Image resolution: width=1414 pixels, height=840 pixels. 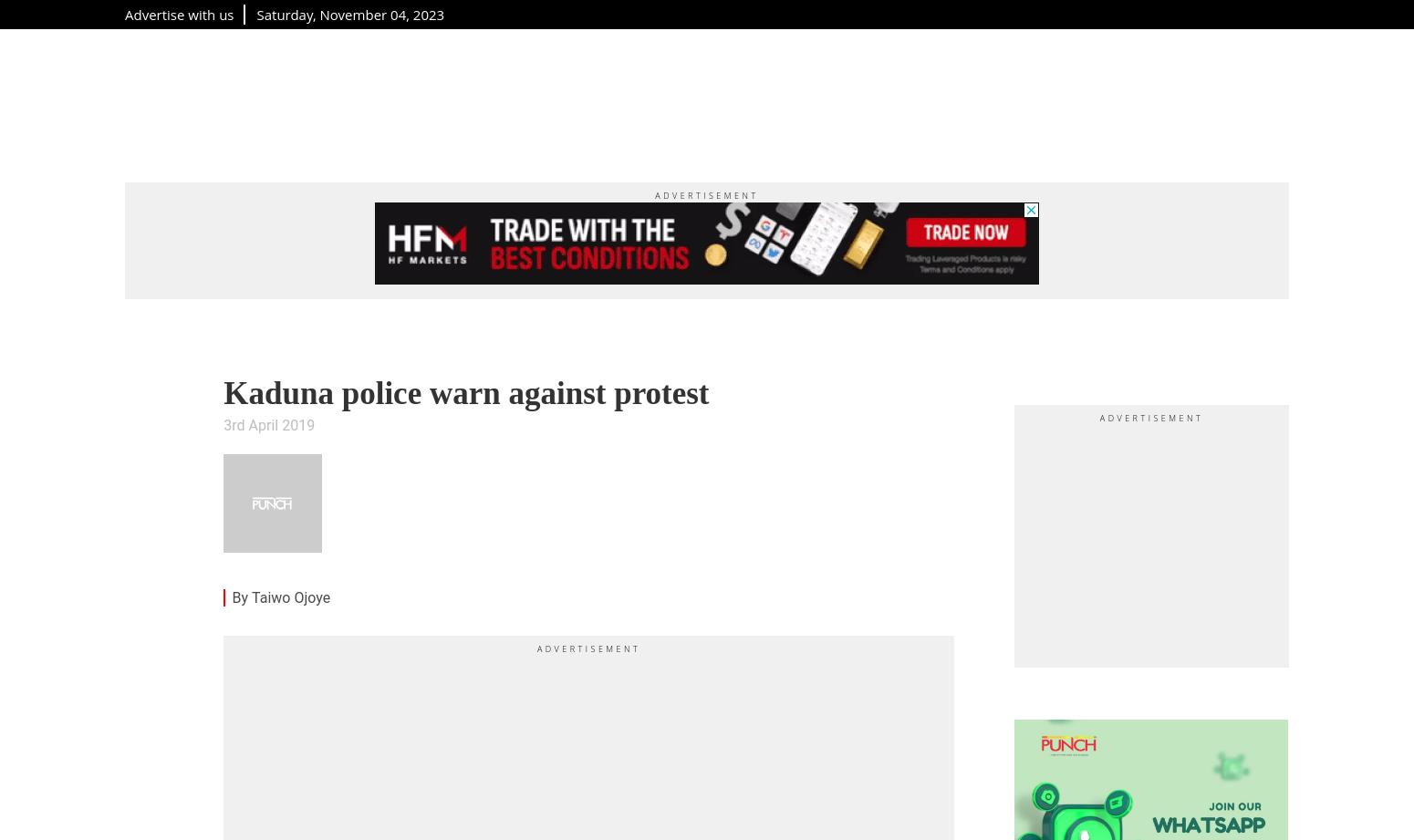 What do you see at coordinates (615, 428) in the screenshot?
I see `'theeditor@punchng.com'` at bounding box center [615, 428].